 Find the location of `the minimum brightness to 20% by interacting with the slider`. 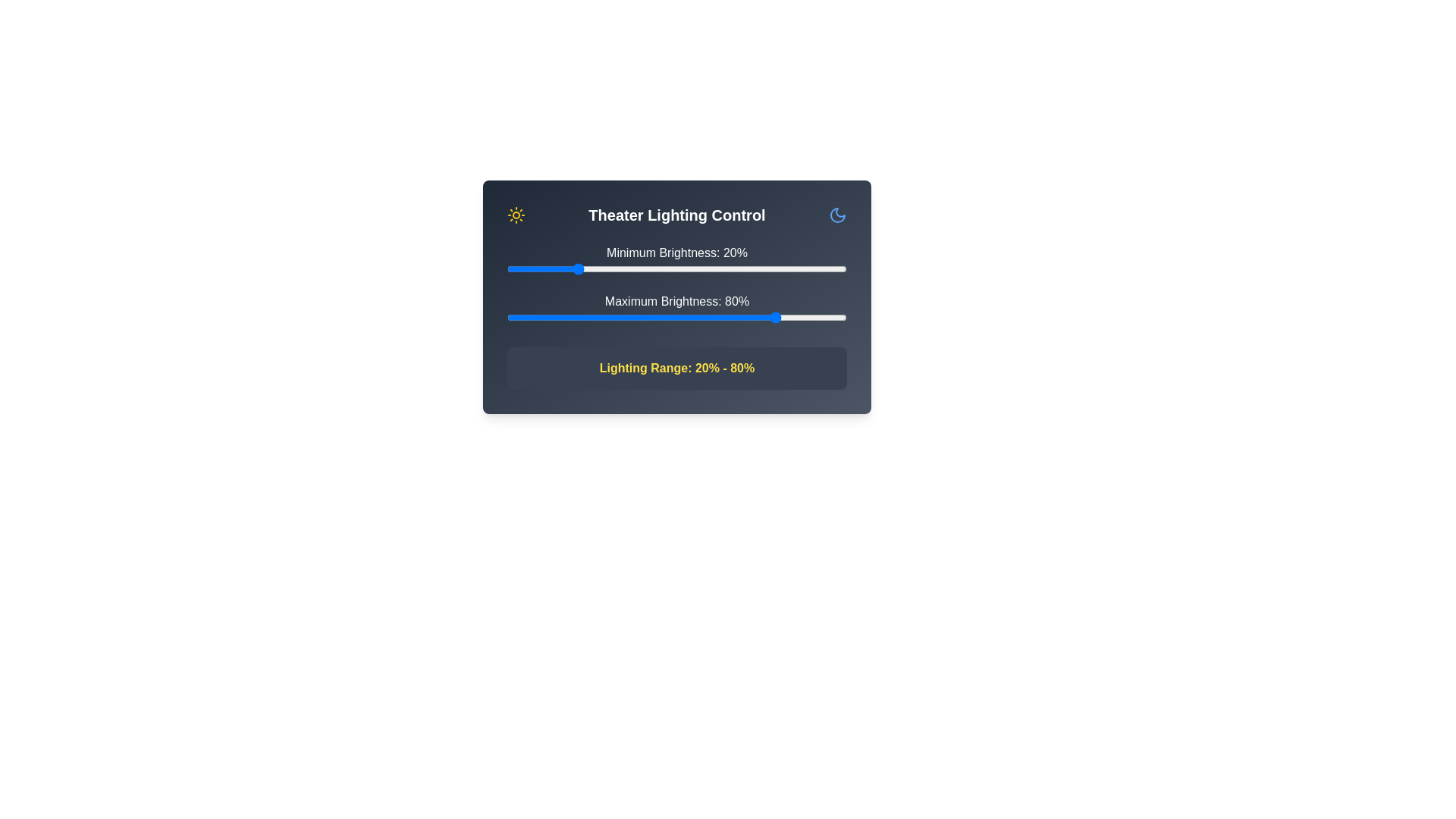

the minimum brightness to 20% by interacting with the slider is located at coordinates (574, 268).